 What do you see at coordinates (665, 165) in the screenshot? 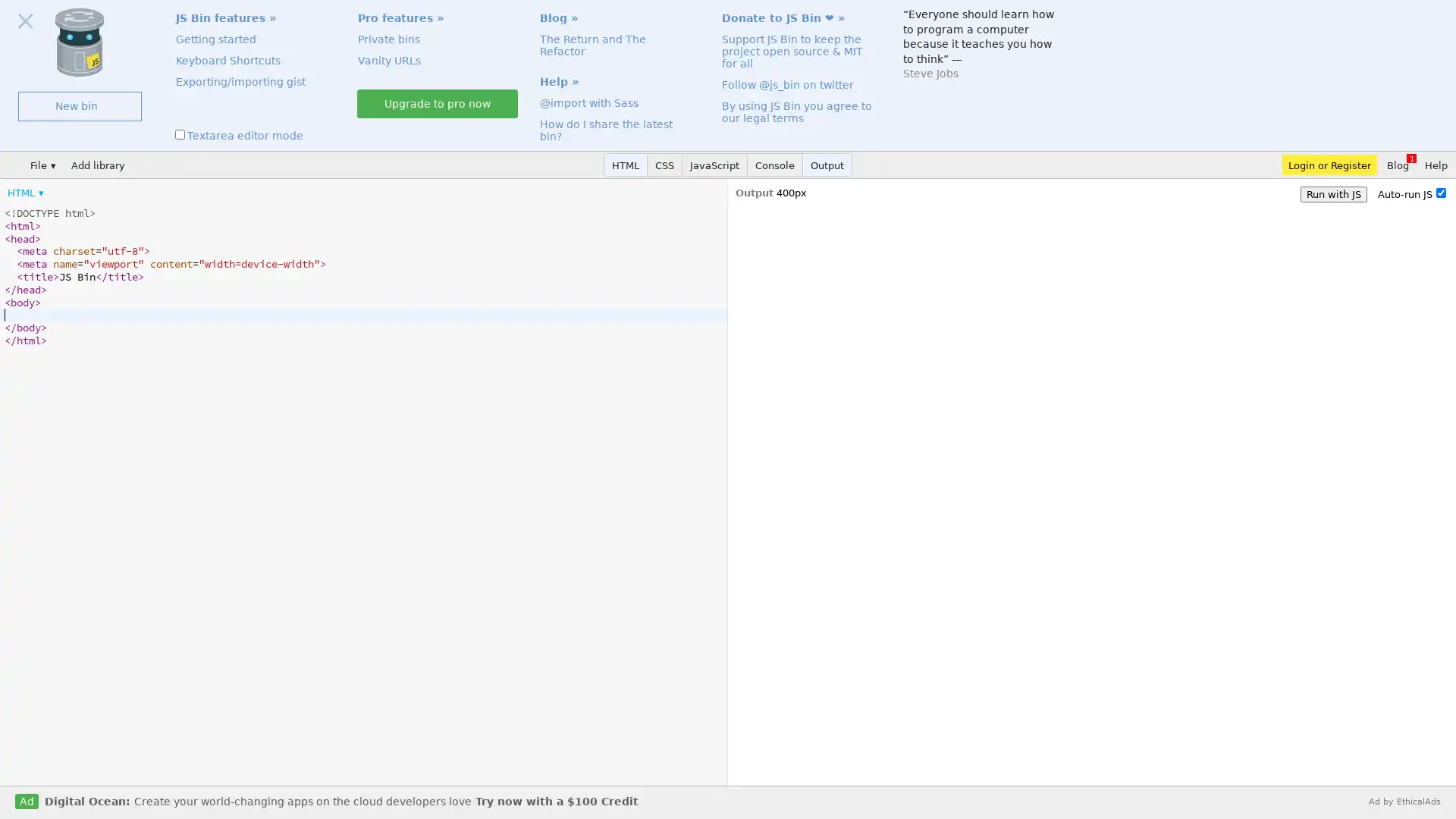
I see `CSS Panel: Inactive` at bounding box center [665, 165].